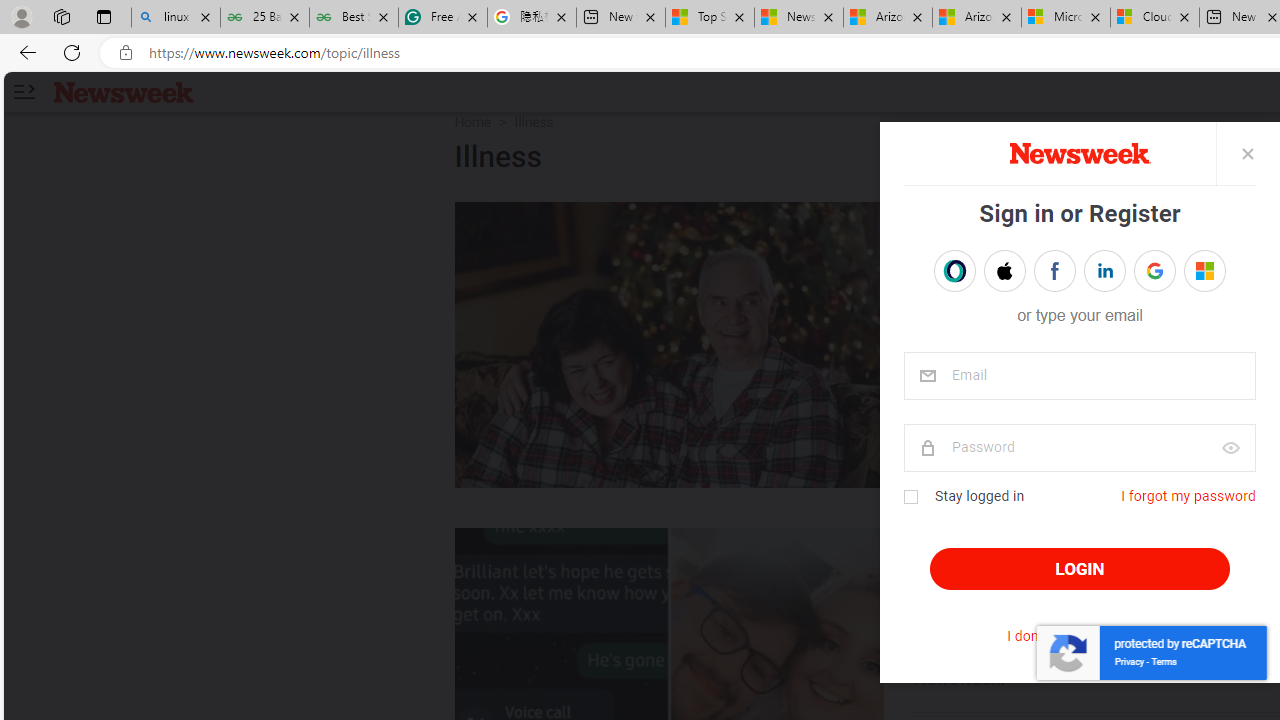  I want to click on 'Newsweek logo', so click(123, 91).